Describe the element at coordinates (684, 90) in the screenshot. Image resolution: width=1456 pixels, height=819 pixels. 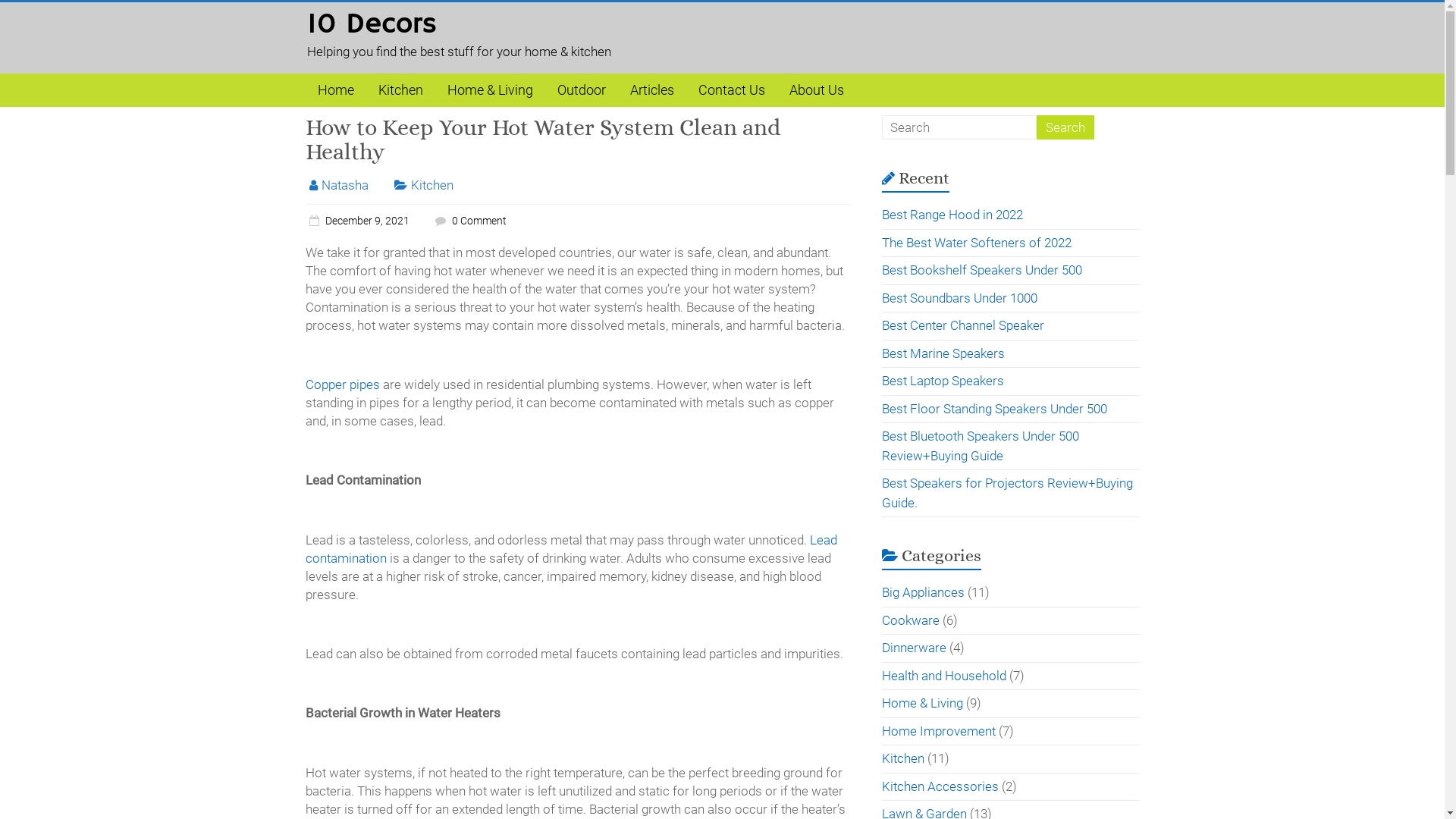
I see `'Contact Us'` at that location.